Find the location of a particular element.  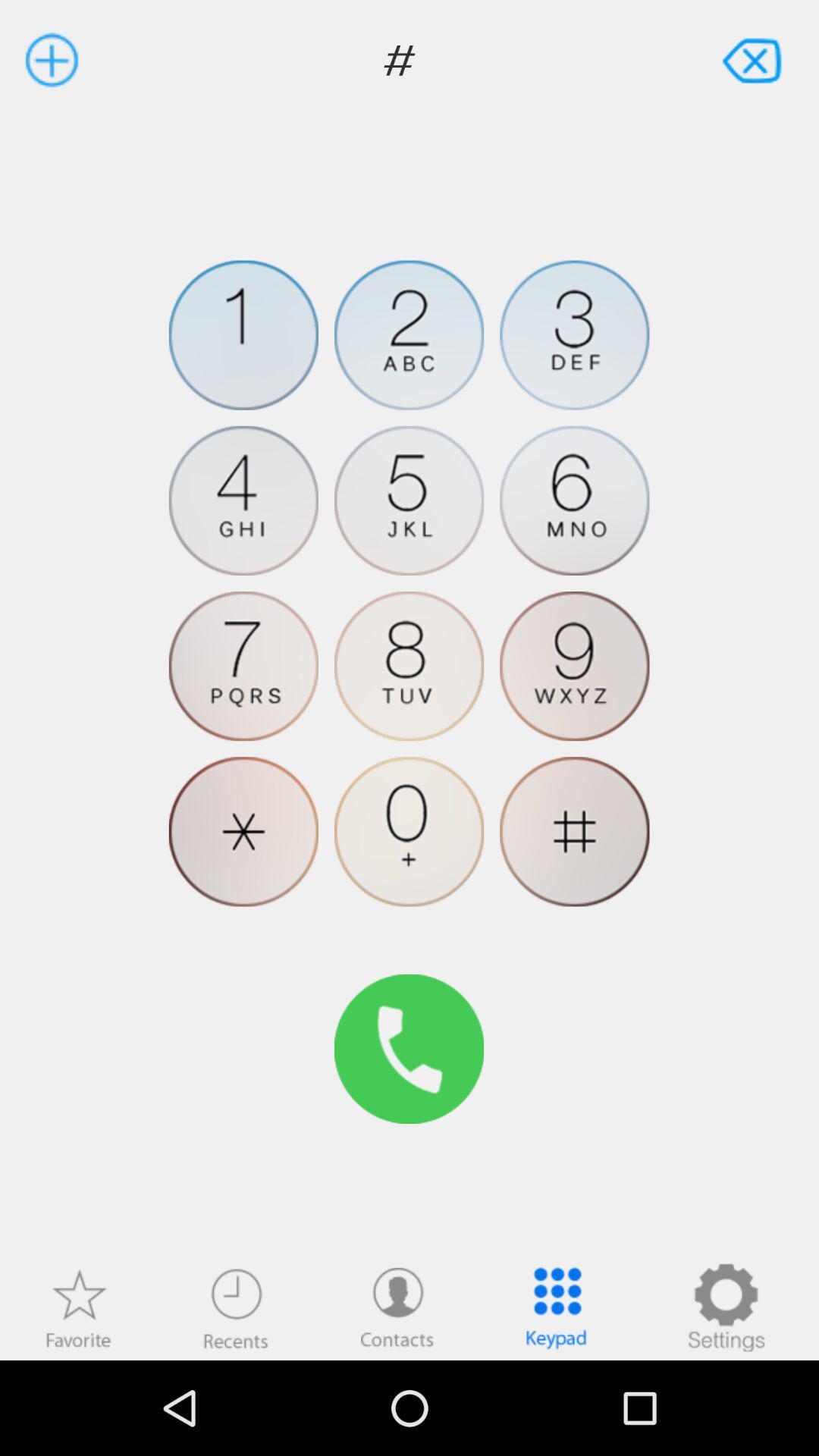

to close the dial pad is located at coordinates (754, 59).